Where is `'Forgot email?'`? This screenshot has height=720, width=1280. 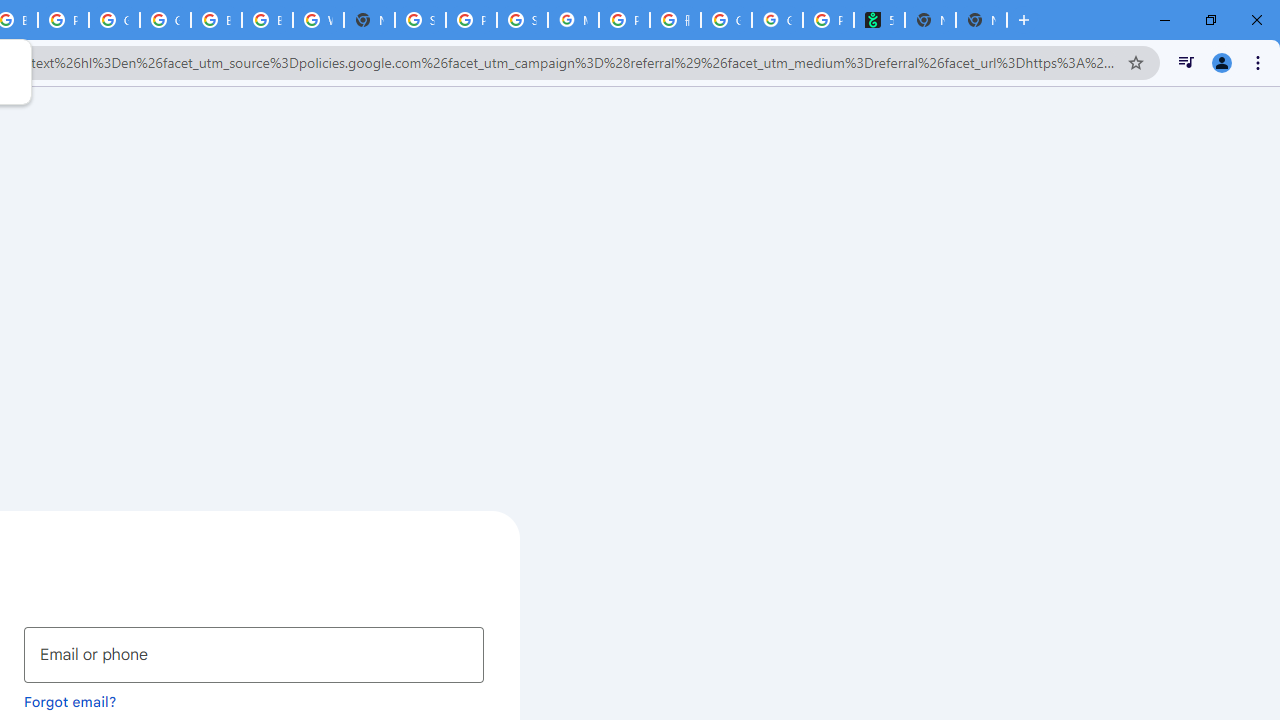 'Forgot email?' is located at coordinates (70, 700).